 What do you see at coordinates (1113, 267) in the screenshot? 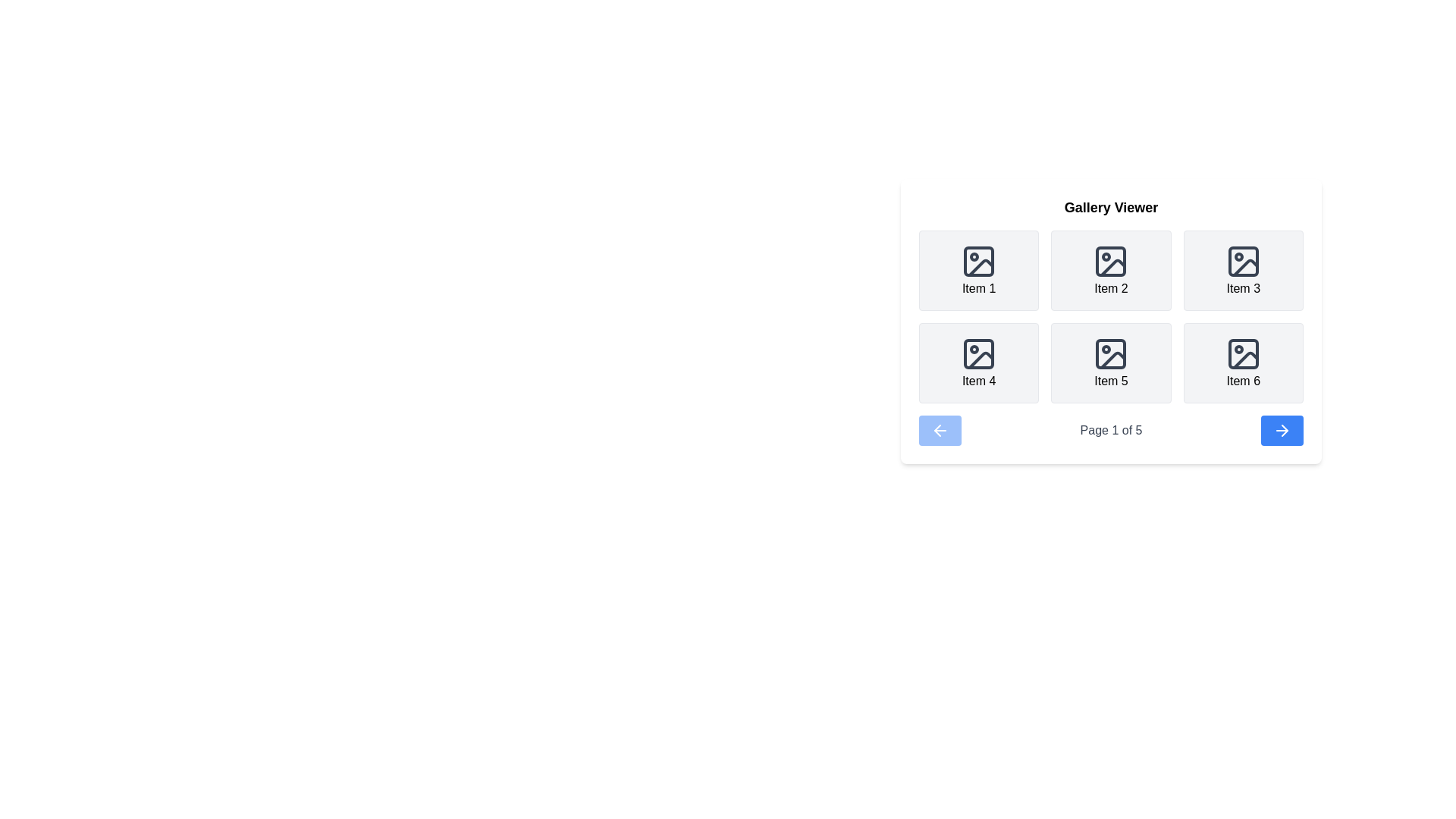
I see `the decorative graphical element within the SVG icon that represents a photograph, located in the second item of a grid in the Gallery Viewer interface` at bounding box center [1113, 267].